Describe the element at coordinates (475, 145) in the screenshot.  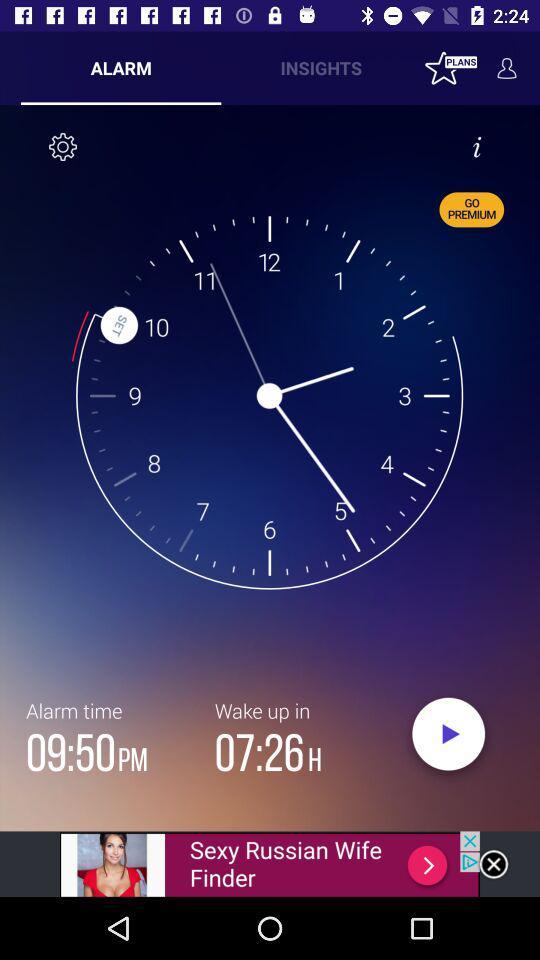
I see `info` at that location.